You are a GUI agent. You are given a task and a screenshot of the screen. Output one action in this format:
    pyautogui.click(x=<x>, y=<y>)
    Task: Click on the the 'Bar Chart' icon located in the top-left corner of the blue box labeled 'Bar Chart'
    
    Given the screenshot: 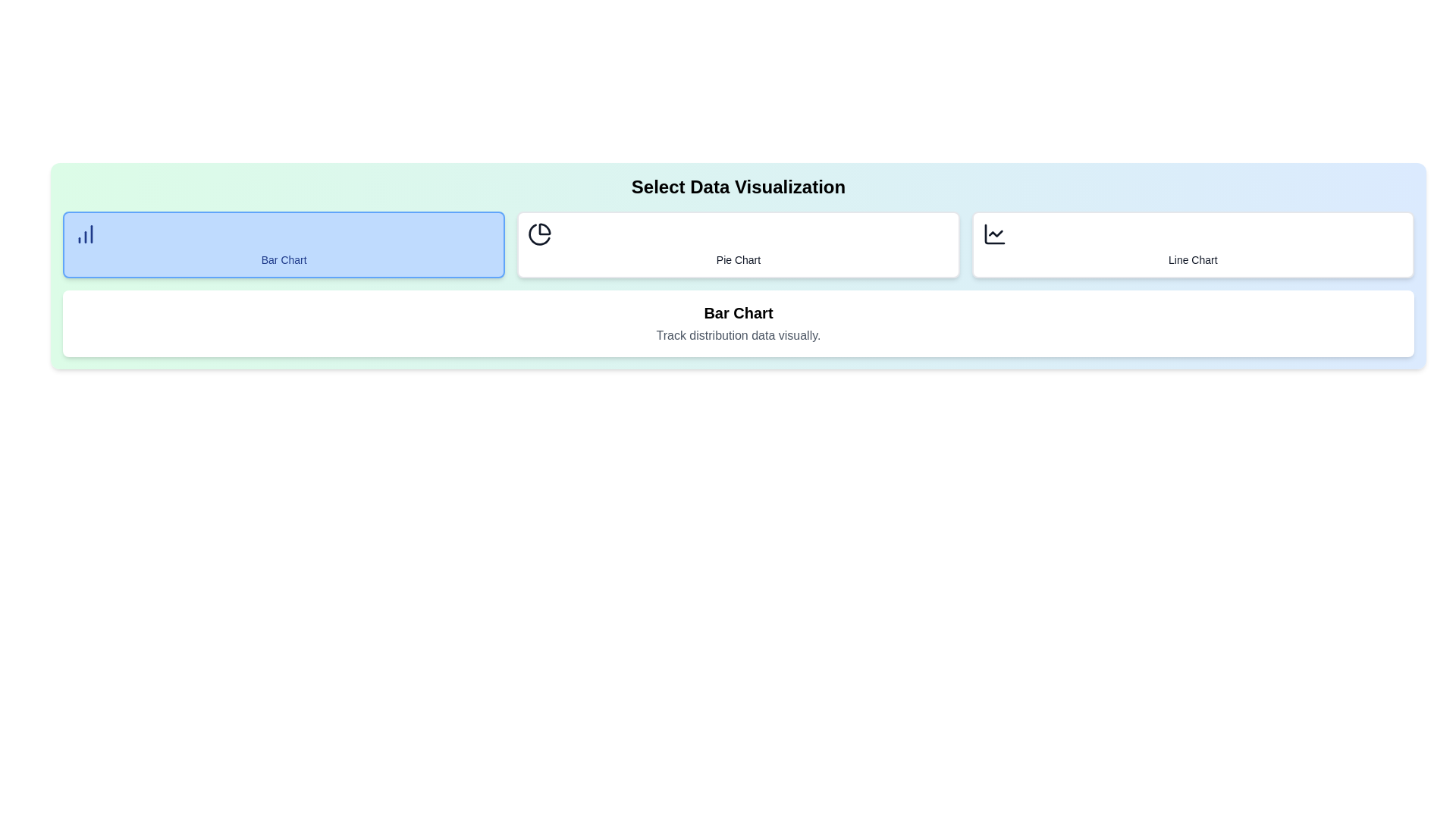 What is the action you would take?
    pyautogui.click(x=85, y=234)
    